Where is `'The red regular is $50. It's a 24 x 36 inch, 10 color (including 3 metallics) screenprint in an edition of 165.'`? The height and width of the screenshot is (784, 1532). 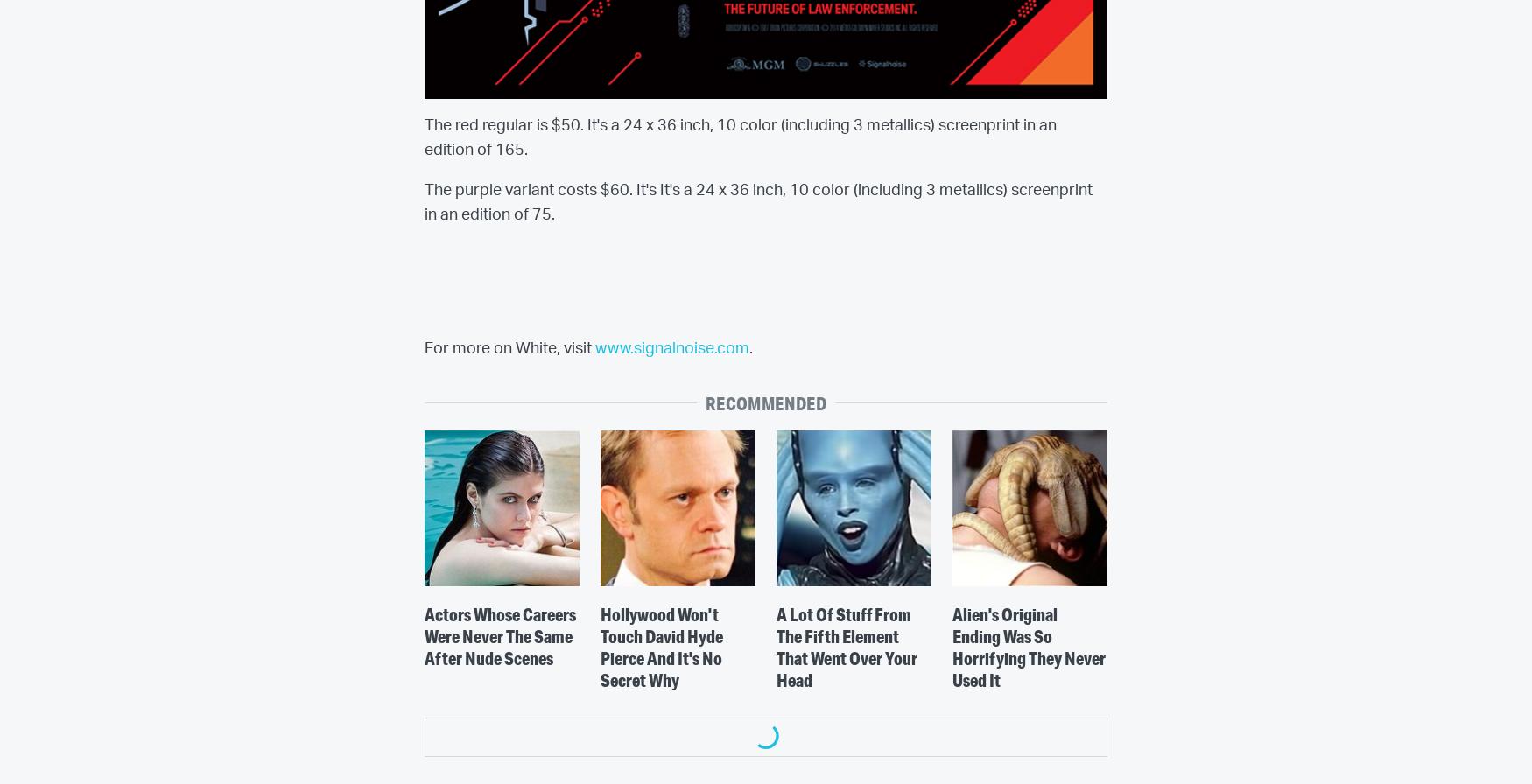
'The red regular is $50. It's a 24 x 36 inch, 10 color (including 3 metallics) screenprint in an edition of 165.' is located at coordinates (740, 137).